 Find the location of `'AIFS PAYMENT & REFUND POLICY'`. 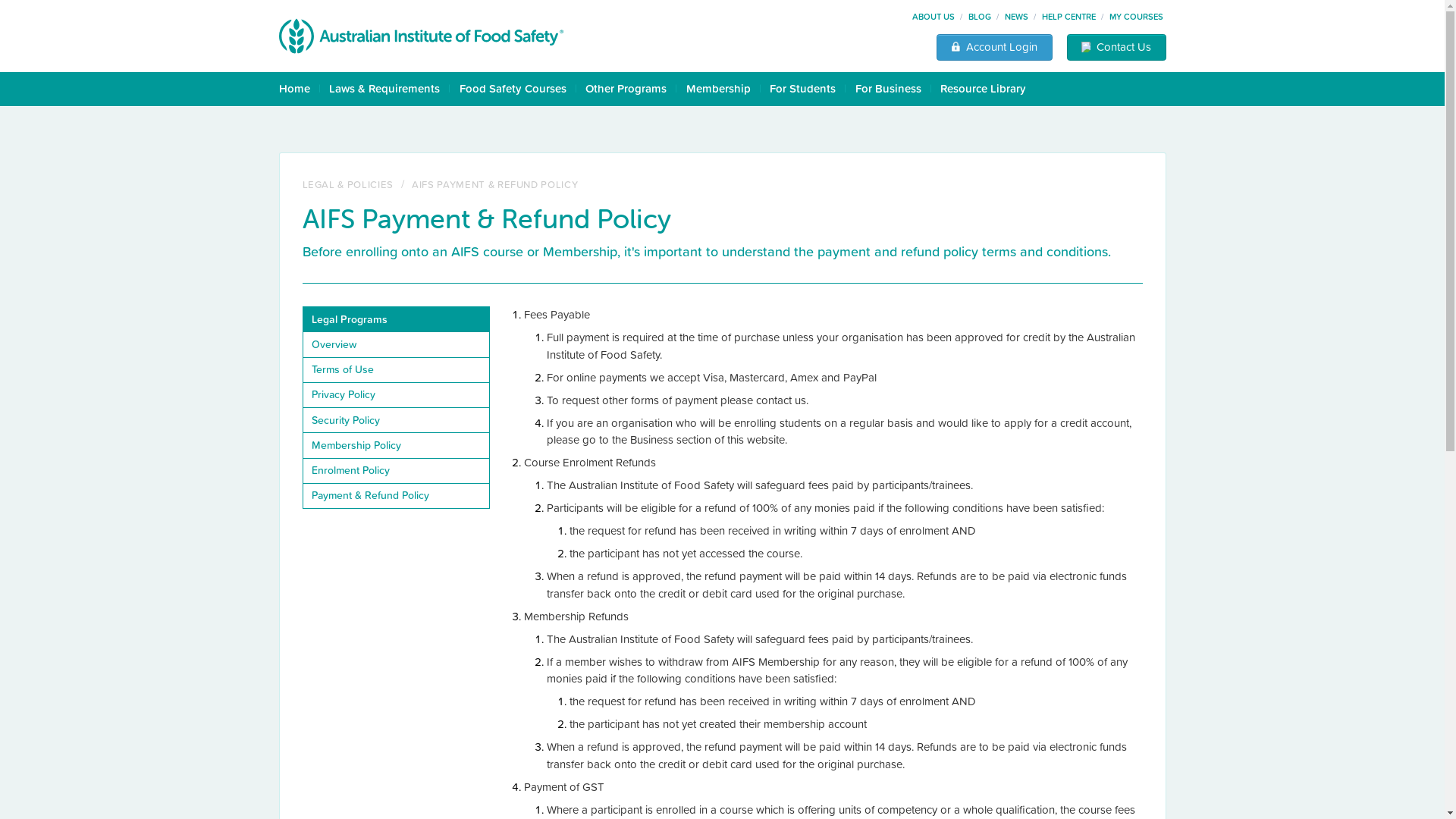

'AIFS PAYMENT & REFUND POLICY' is located at coordinates (494, 184).